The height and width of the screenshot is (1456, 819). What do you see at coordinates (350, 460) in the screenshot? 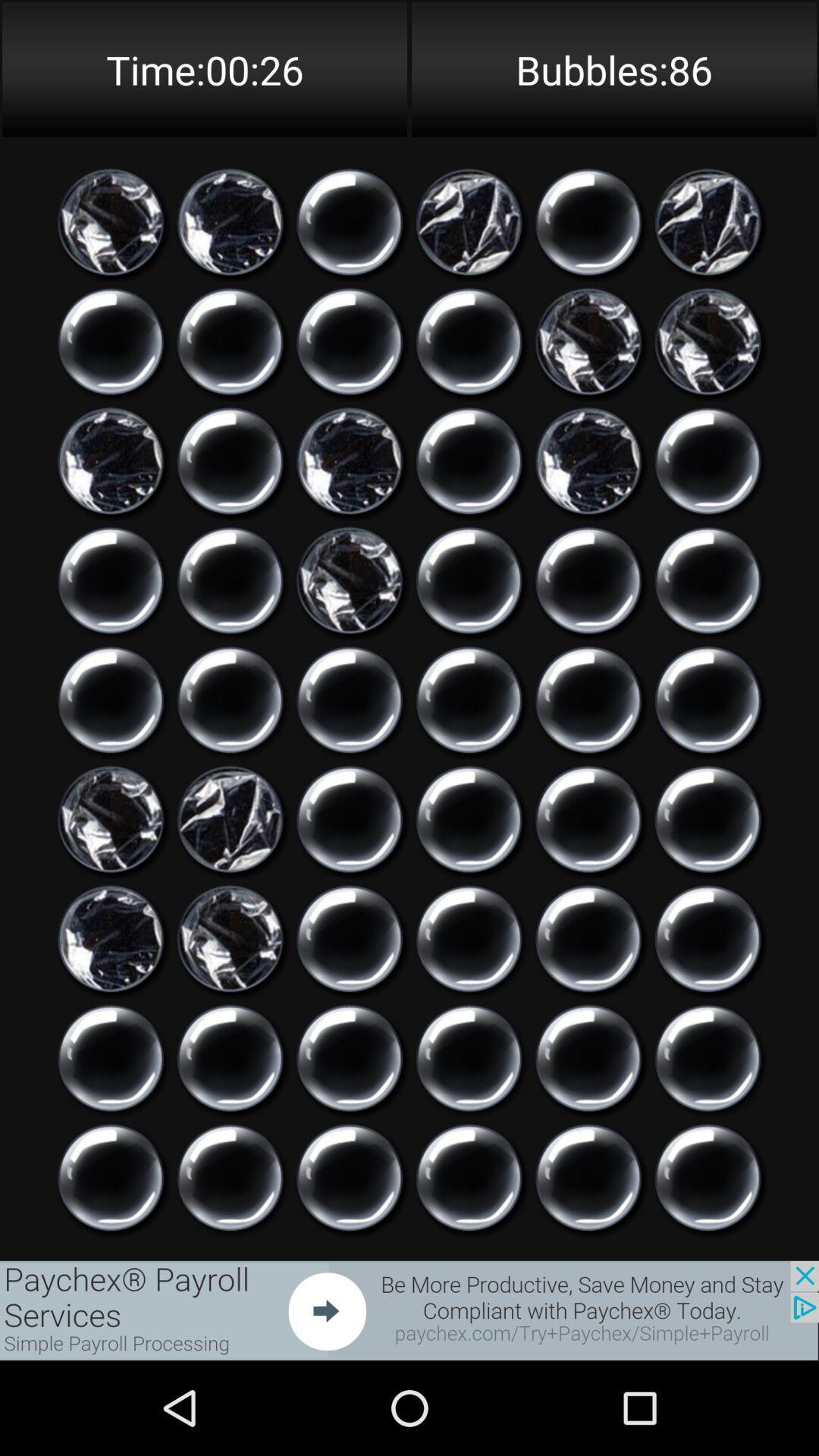
I see `popped` at bounding box center [350, 460].